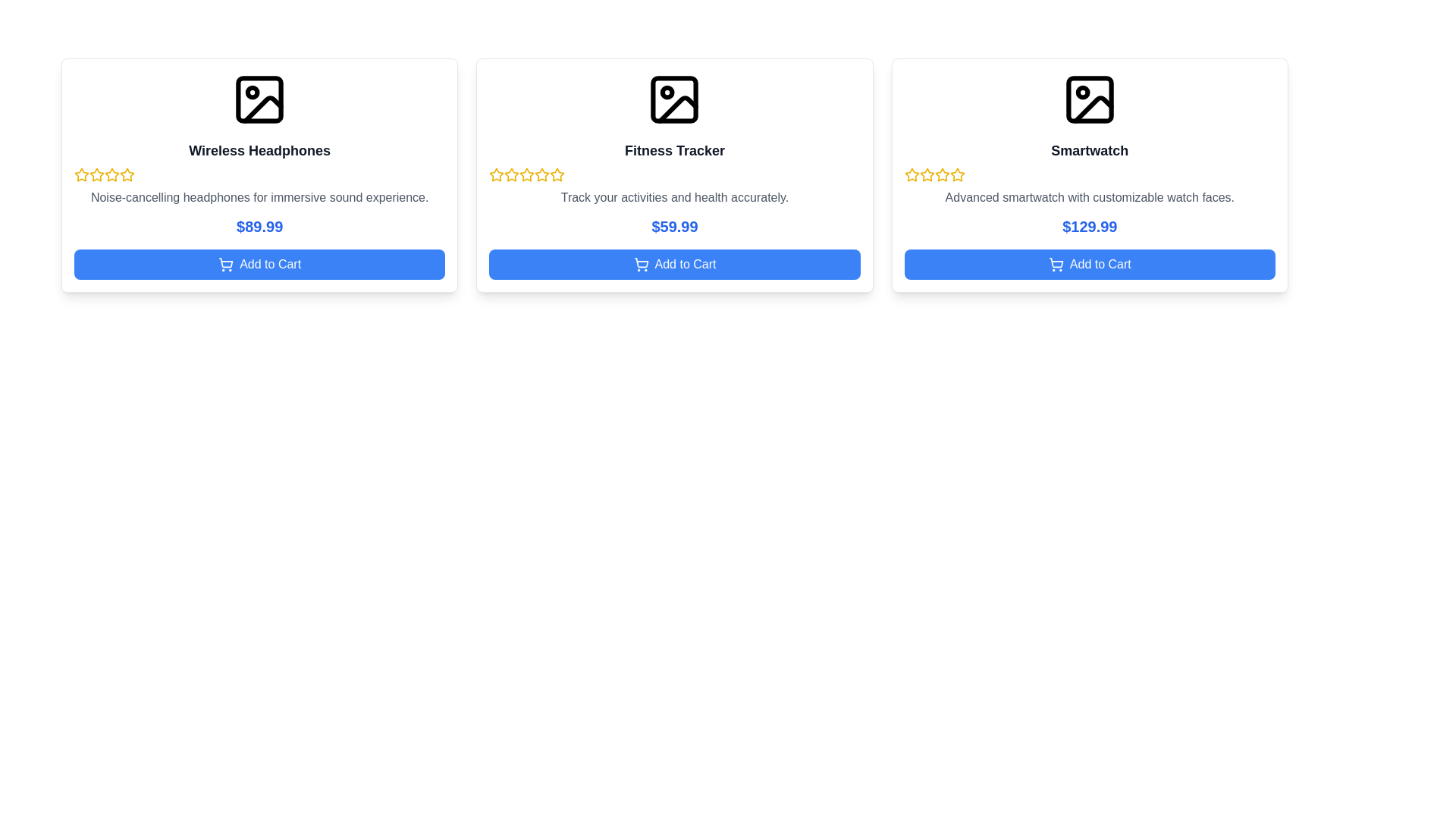 The image size is (1456, 819). I want to click on the shopping cart icon within the 'Add to Cart' button located below the '$89.99' price in the first card, so click(225, 263).